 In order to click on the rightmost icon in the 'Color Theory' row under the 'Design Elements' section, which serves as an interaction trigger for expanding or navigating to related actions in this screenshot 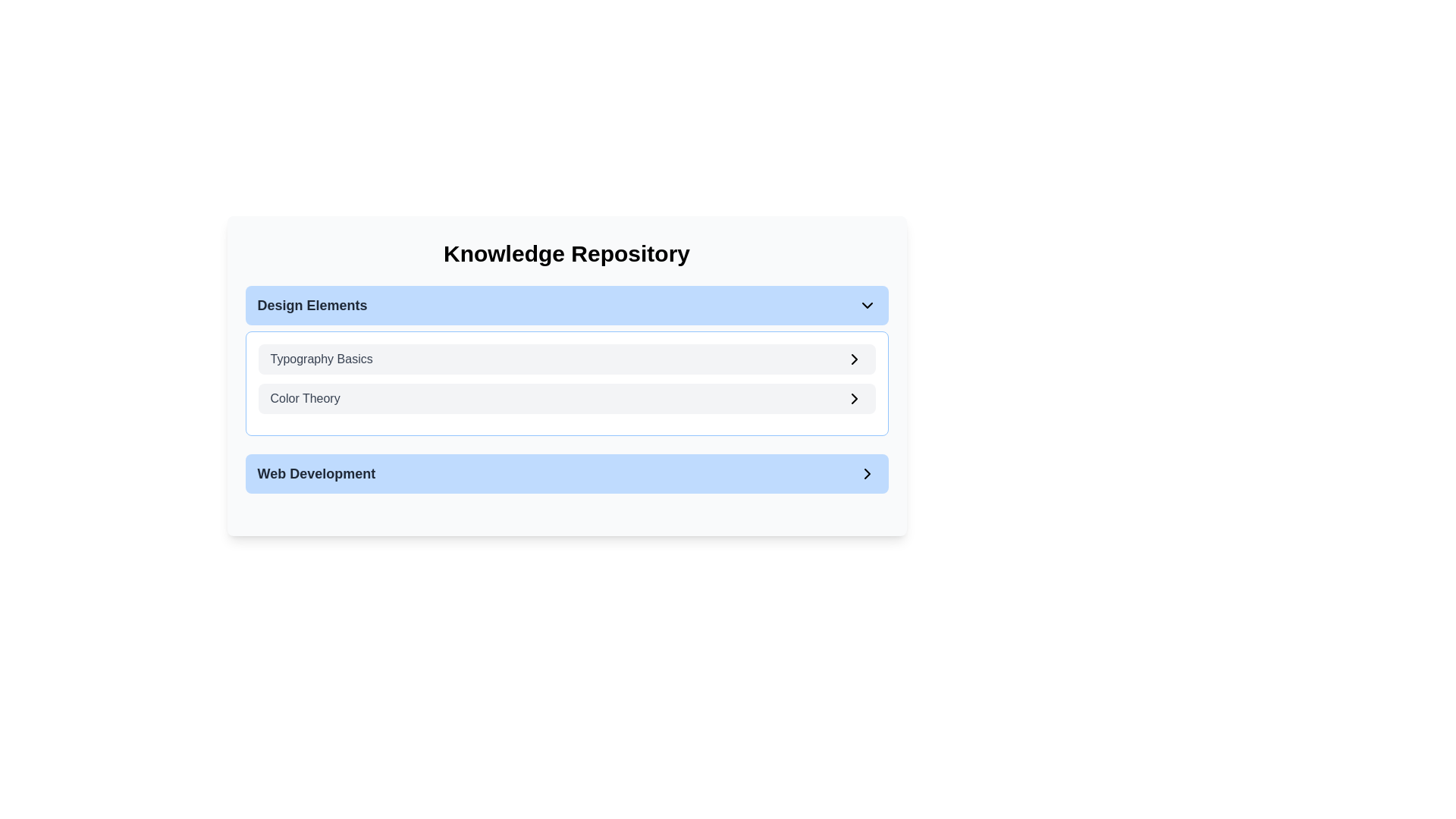, I will do `click(854, 359)`.